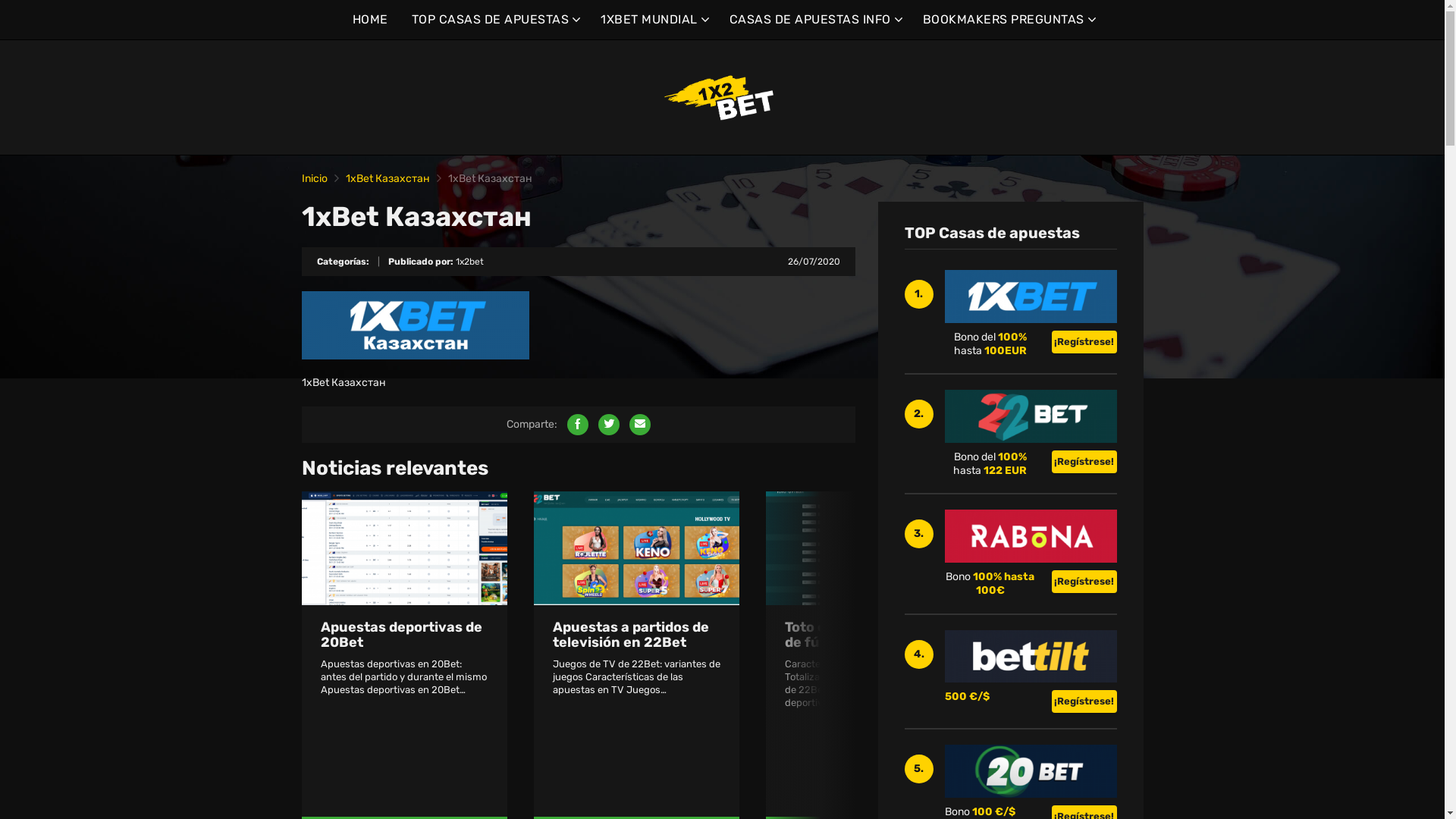 The width and height of the screenshot is (1456, 819). Describe the element at coordinates (653, 20) in the screenshot. I see `'1XBET MUNDIAL'` at that location.